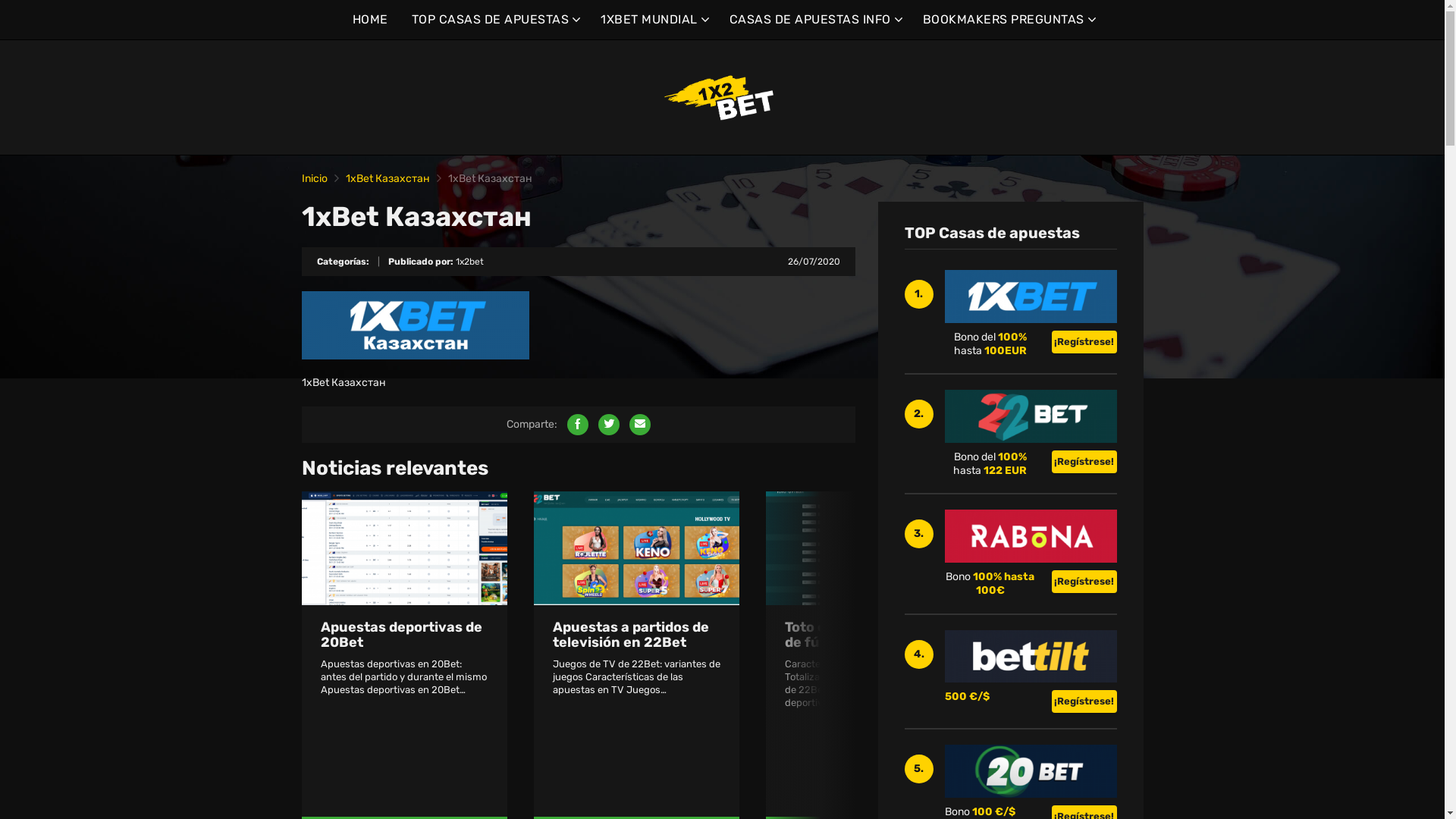 The width and height of the screenshot is (1456, 819). Describe the element at coordinates (653, 20) in the screenshot. I see `'1XBET MUNDIAL'` at that location.